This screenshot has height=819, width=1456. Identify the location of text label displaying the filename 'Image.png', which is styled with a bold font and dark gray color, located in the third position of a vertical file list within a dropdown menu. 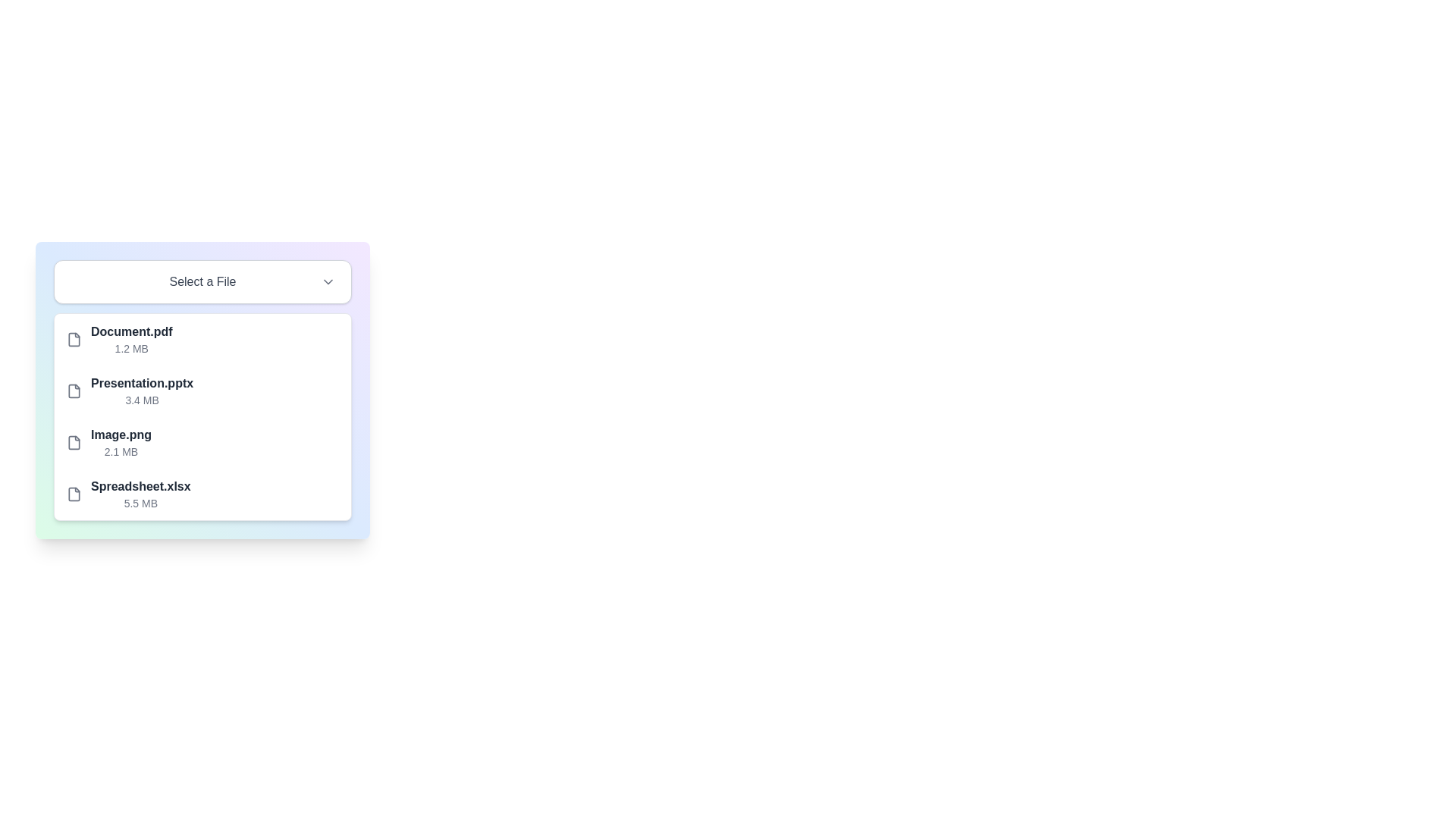
(120, 435).